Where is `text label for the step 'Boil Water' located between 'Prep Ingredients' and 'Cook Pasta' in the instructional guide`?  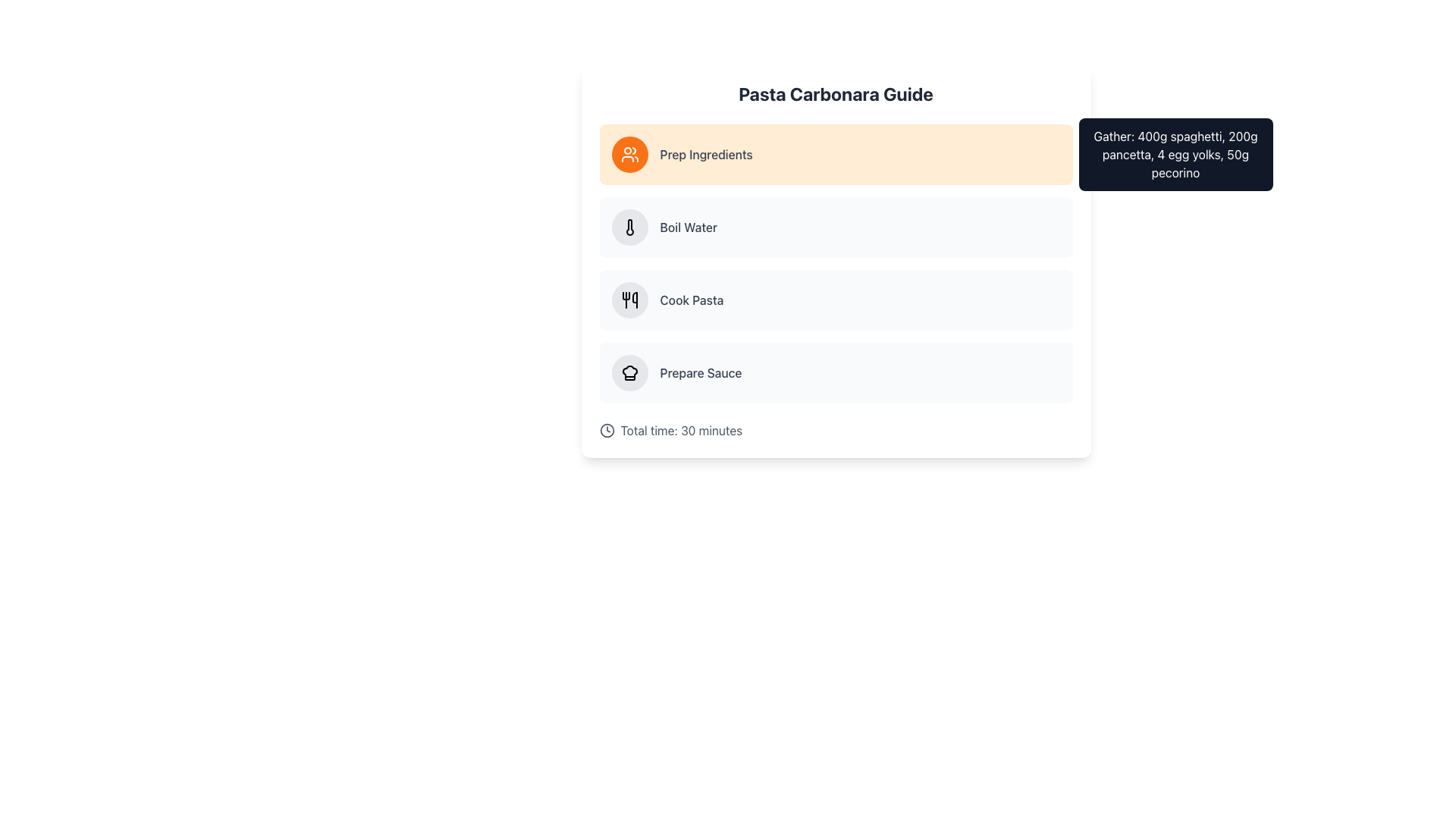
text label for the step 'Boil Water' located between 'Prep Ingredients' and 'Cook Pasta' in the instructional guide is located at coordinates (688, 227).